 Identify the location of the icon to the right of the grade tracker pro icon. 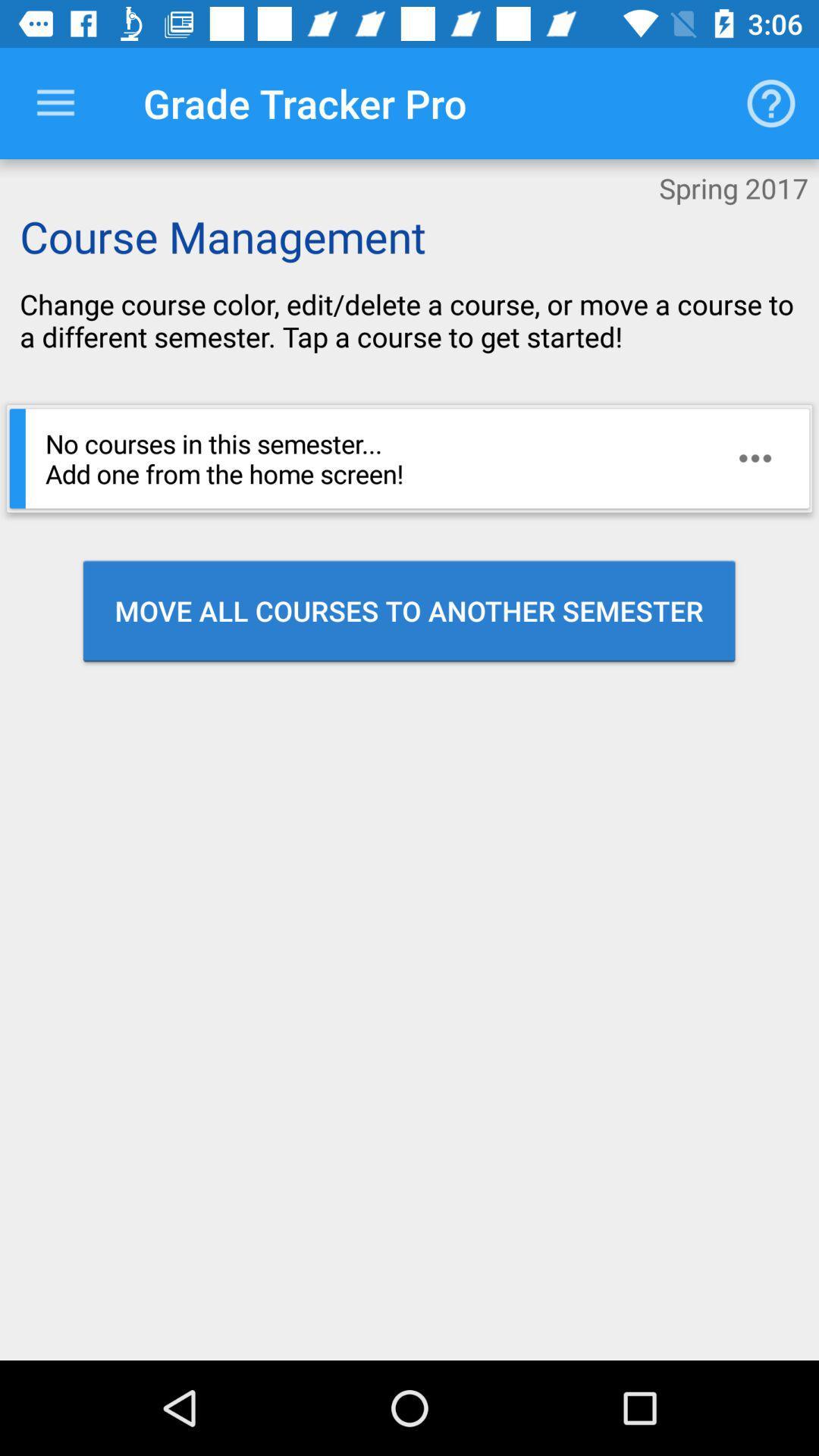
(771, 102).